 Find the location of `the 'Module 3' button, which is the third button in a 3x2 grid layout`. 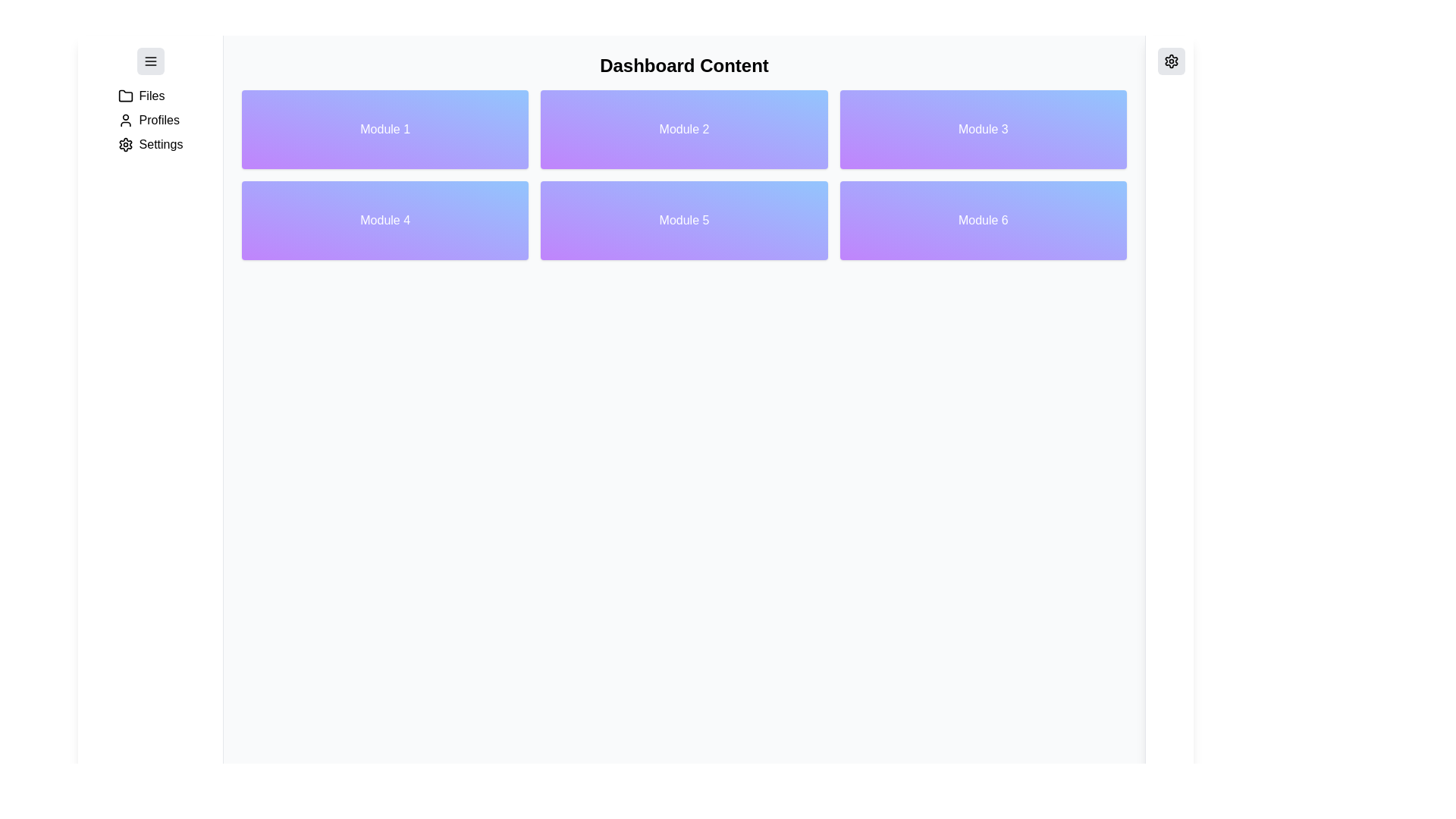

the 'Module 3' button, which is the third button in a 3x2 grid layout is located at coordinates (983, 128).